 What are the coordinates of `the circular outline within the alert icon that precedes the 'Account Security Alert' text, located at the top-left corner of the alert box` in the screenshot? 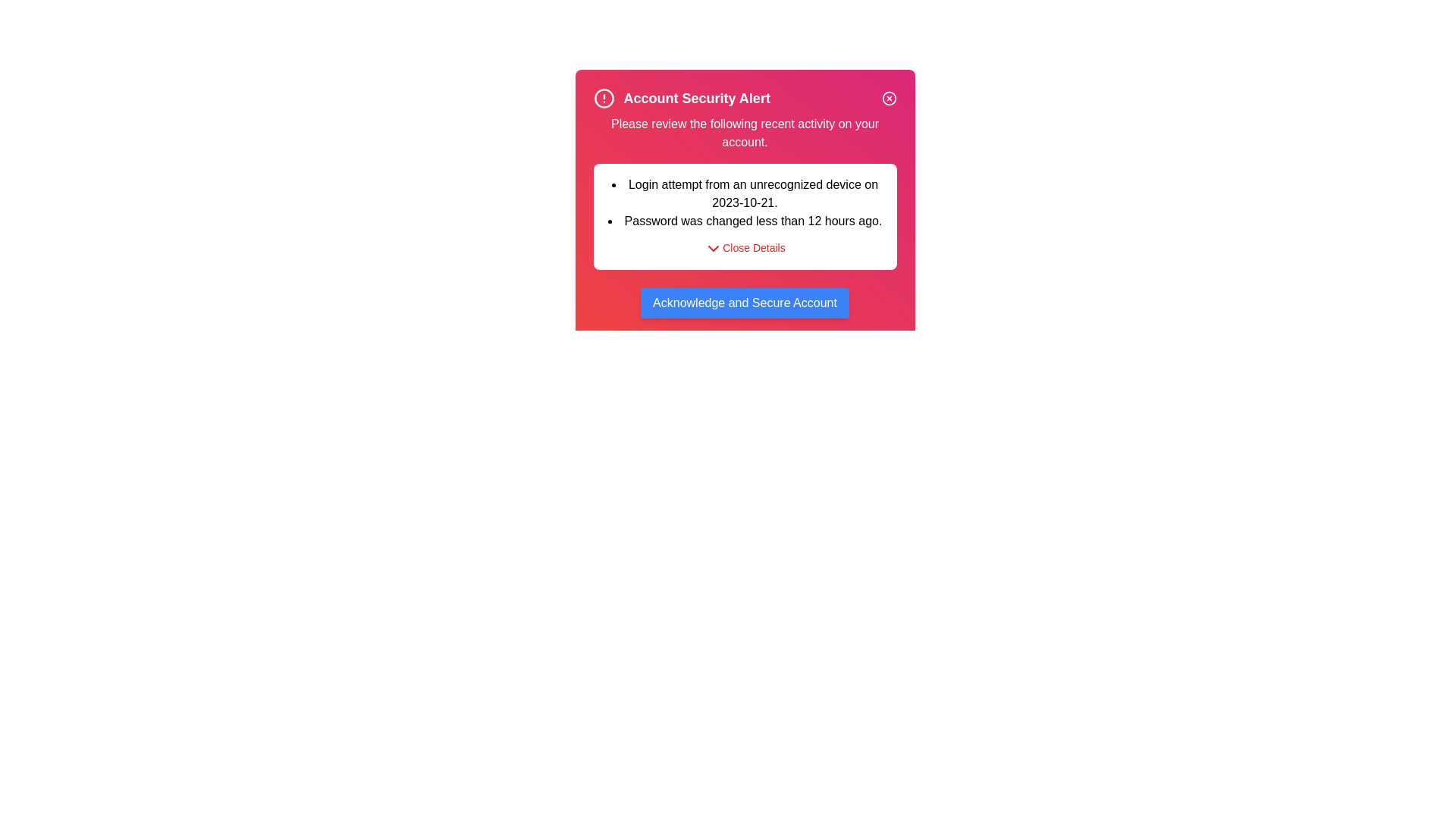 It's located at (603, 99).